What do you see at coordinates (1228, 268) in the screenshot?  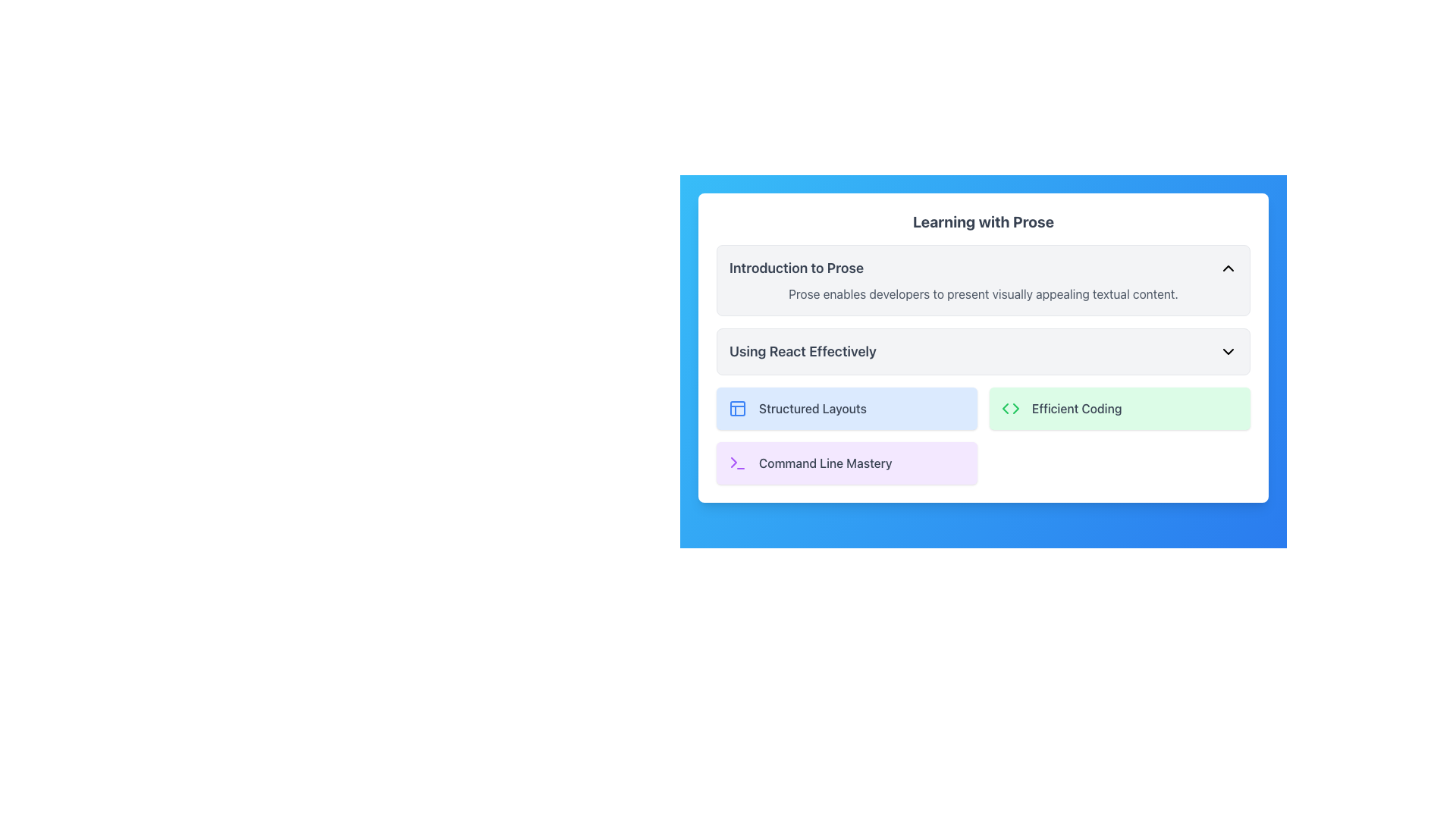 I see `the toggle button on the far-right of the 'Introduction to Prose' section` at bounding box center [1228, 268].